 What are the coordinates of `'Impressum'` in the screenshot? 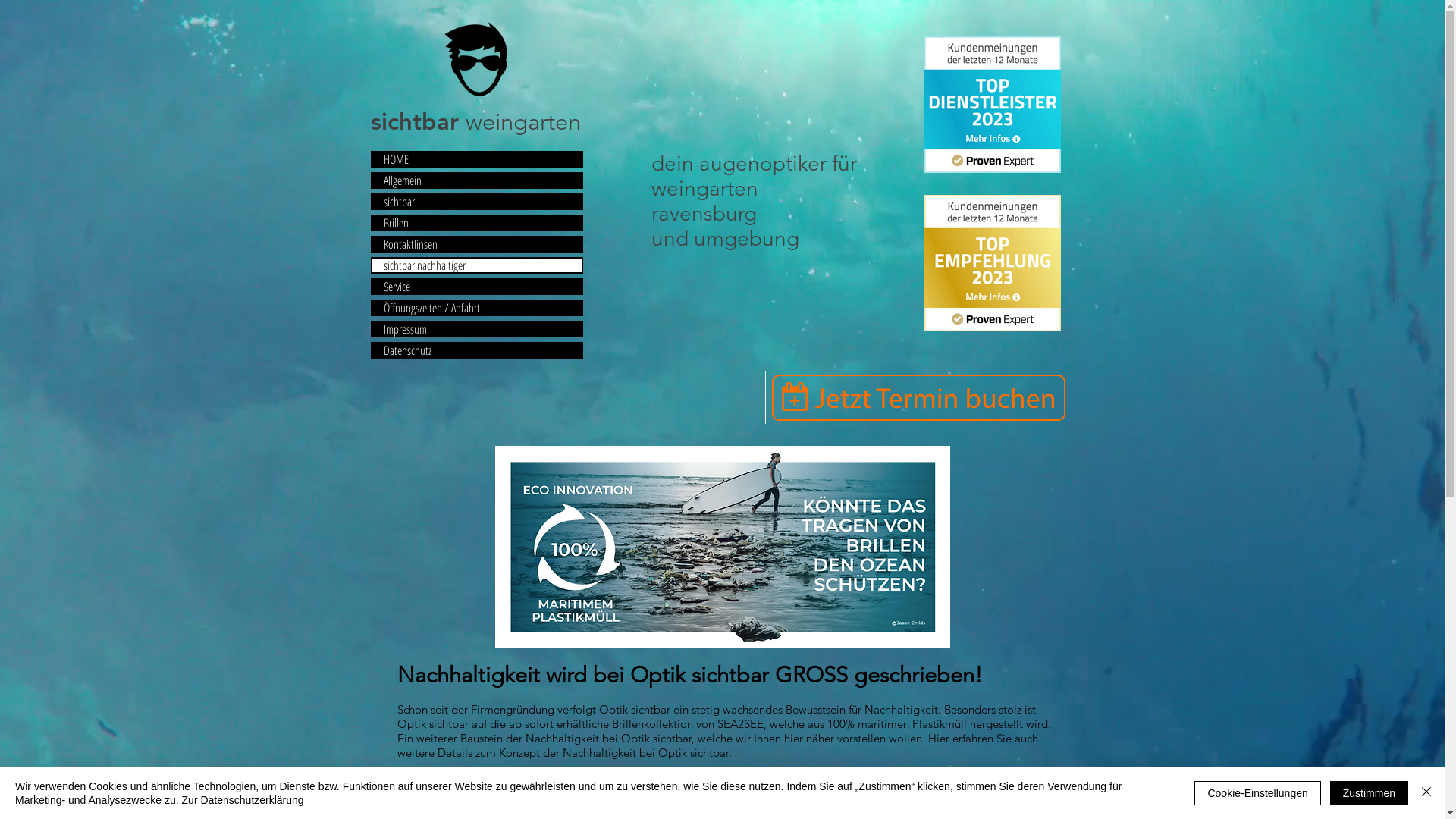 It's located at (475, 328).